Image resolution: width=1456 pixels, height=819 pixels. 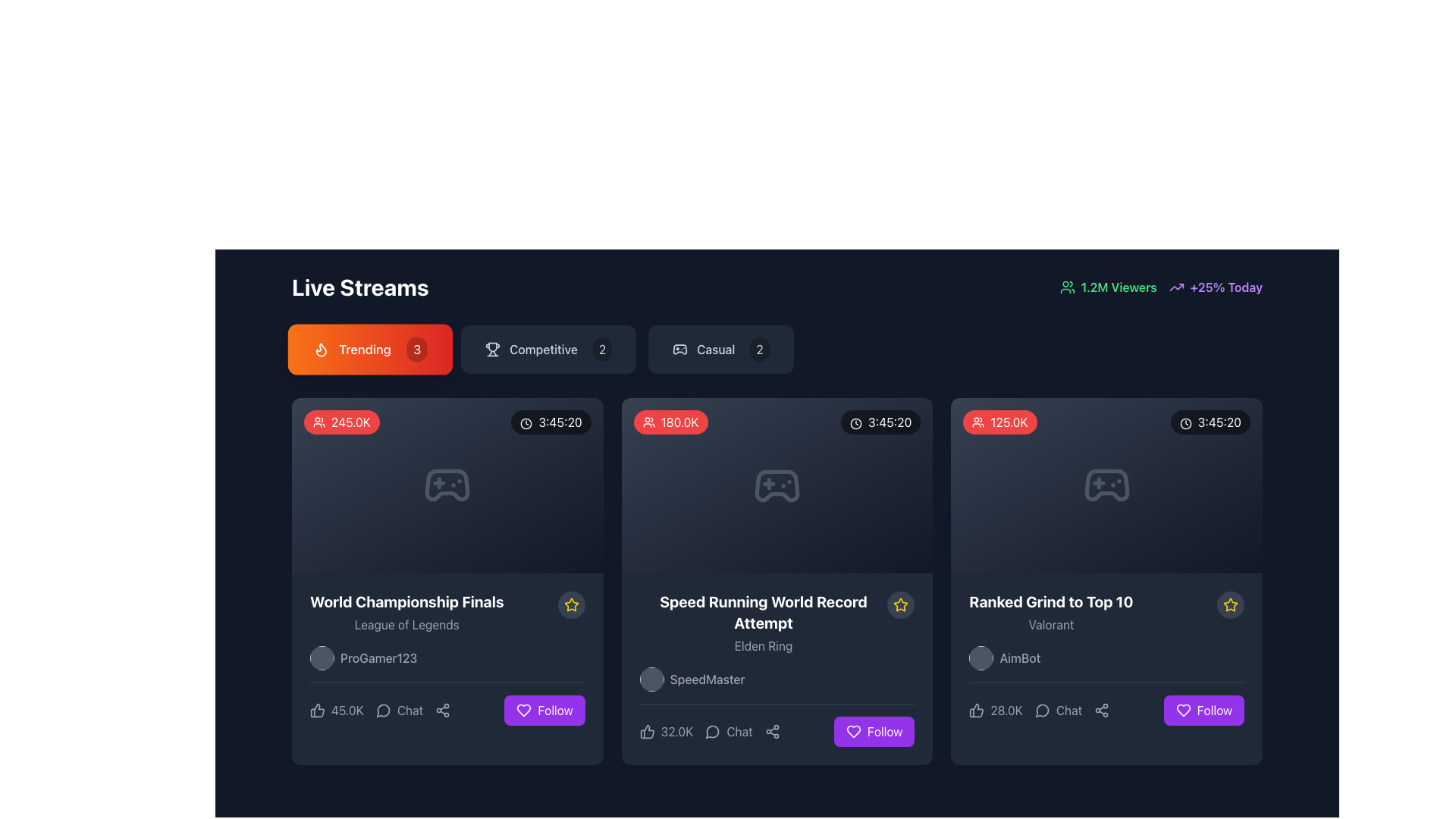 I want to click on the surrounding elements near the 'SpeedMaster' text label, which is displayed in a smaller, medium-weight font near the bottom left of the profile section under a live stream card, so click(x=707, y=678).